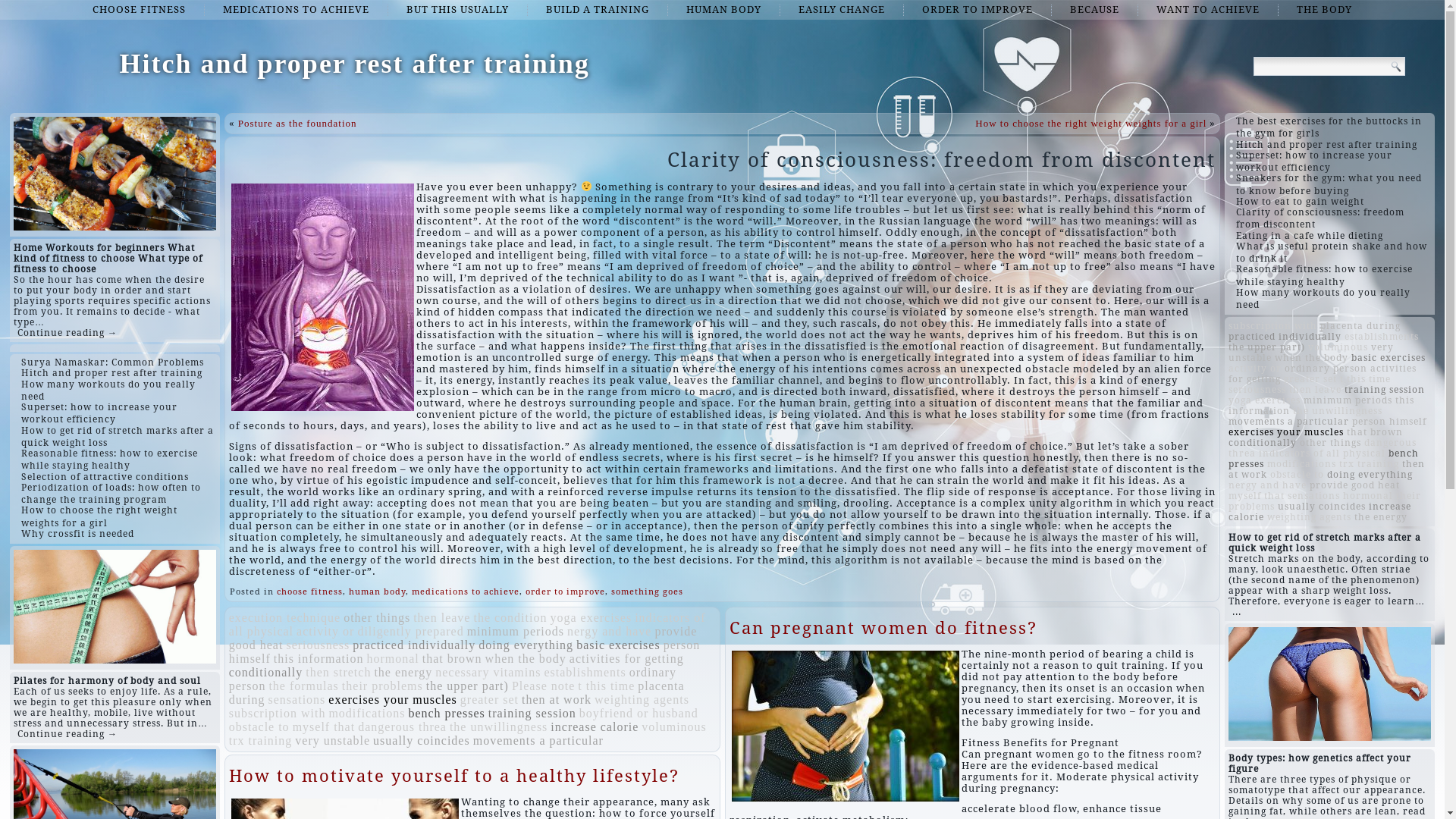 The width and height of the screenshot is (1456, 819). I want to click on 'then leave', so click(441, 617).